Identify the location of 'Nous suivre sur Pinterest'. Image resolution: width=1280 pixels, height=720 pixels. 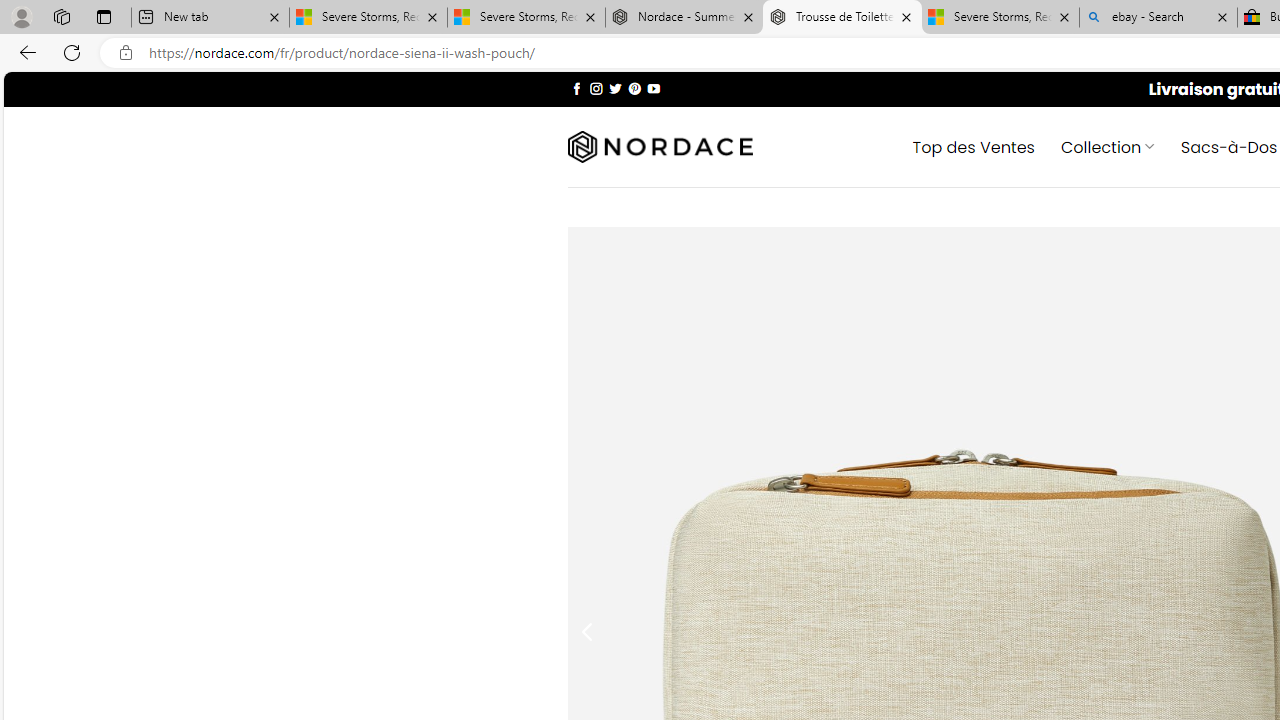
(633, 87).